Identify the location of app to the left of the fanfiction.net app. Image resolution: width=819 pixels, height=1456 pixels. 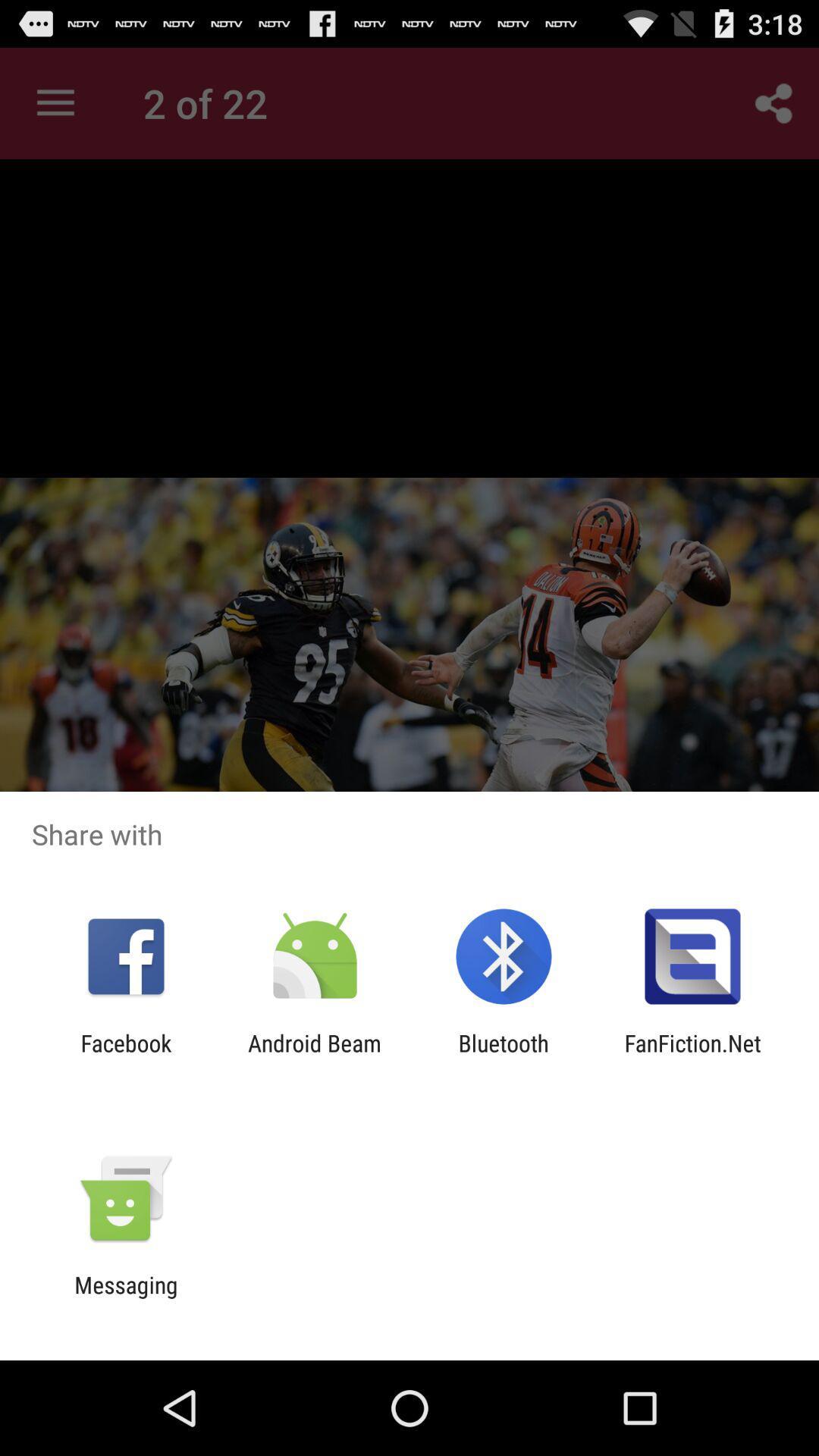
(504, 1056).